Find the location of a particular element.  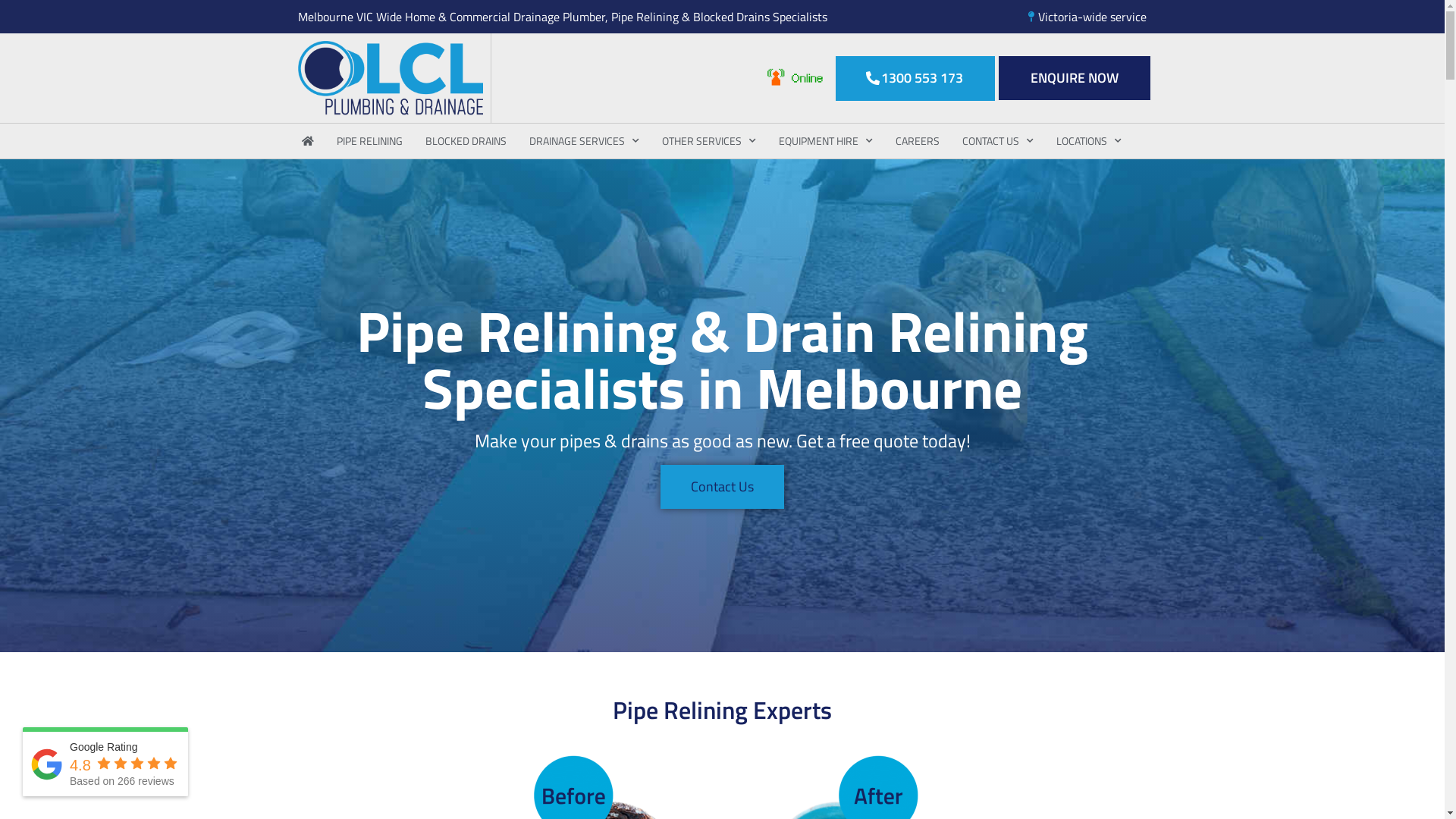

'ENQUIRE NOW' is located at coordinates (1073, 78).